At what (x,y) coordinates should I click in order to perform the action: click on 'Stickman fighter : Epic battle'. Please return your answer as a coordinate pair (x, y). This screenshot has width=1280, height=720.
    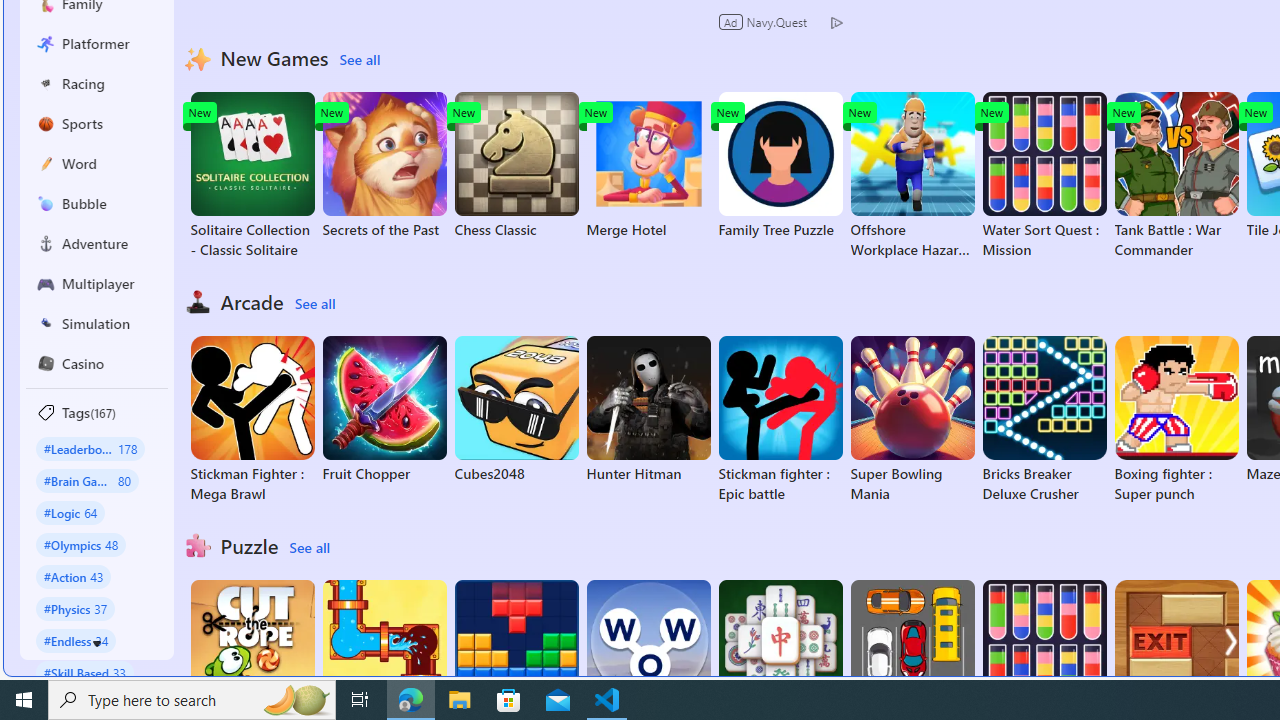
    Looking at the image, I should click on (779, 419).